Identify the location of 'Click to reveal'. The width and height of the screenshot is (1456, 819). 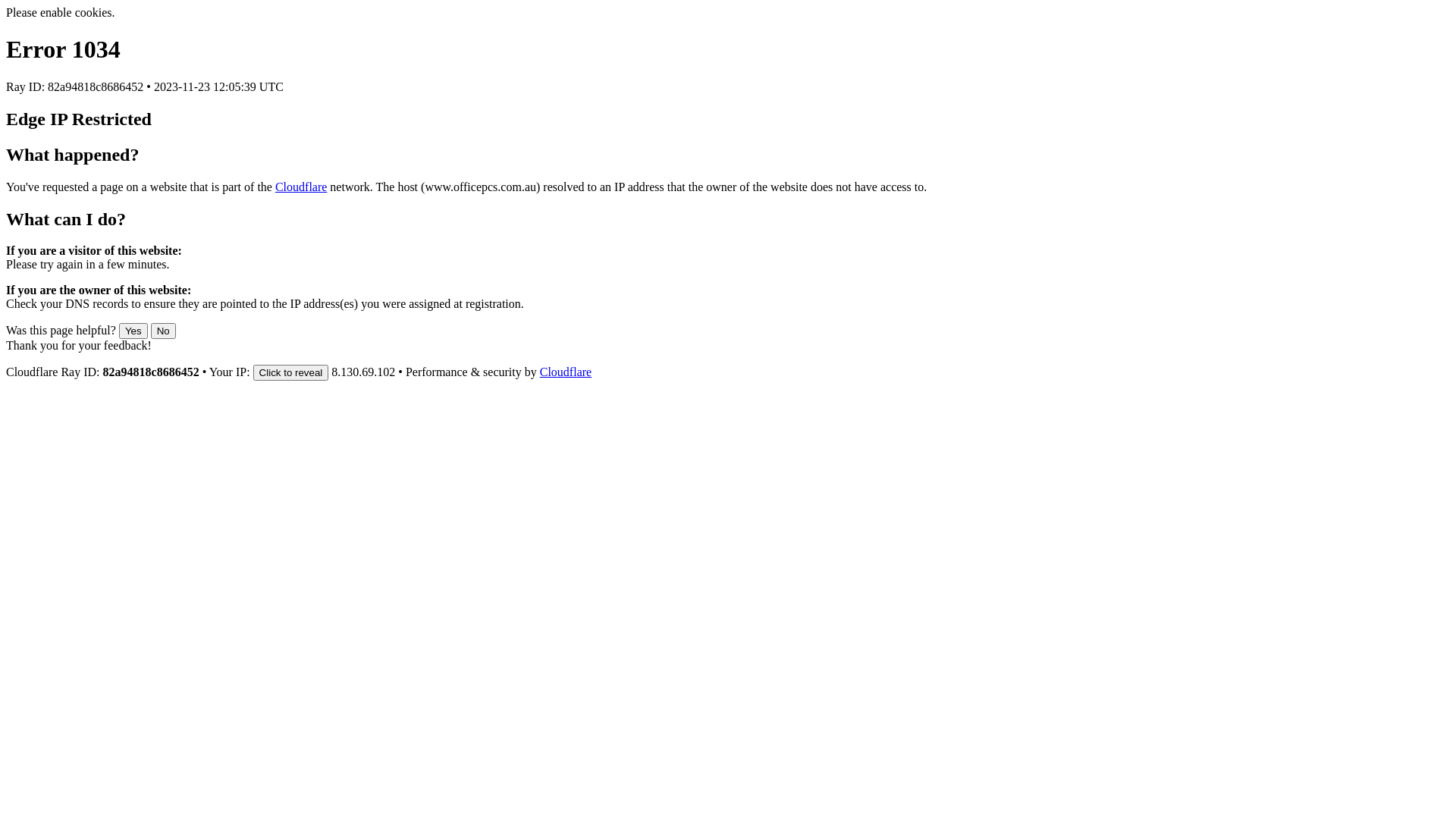
(291, 372).